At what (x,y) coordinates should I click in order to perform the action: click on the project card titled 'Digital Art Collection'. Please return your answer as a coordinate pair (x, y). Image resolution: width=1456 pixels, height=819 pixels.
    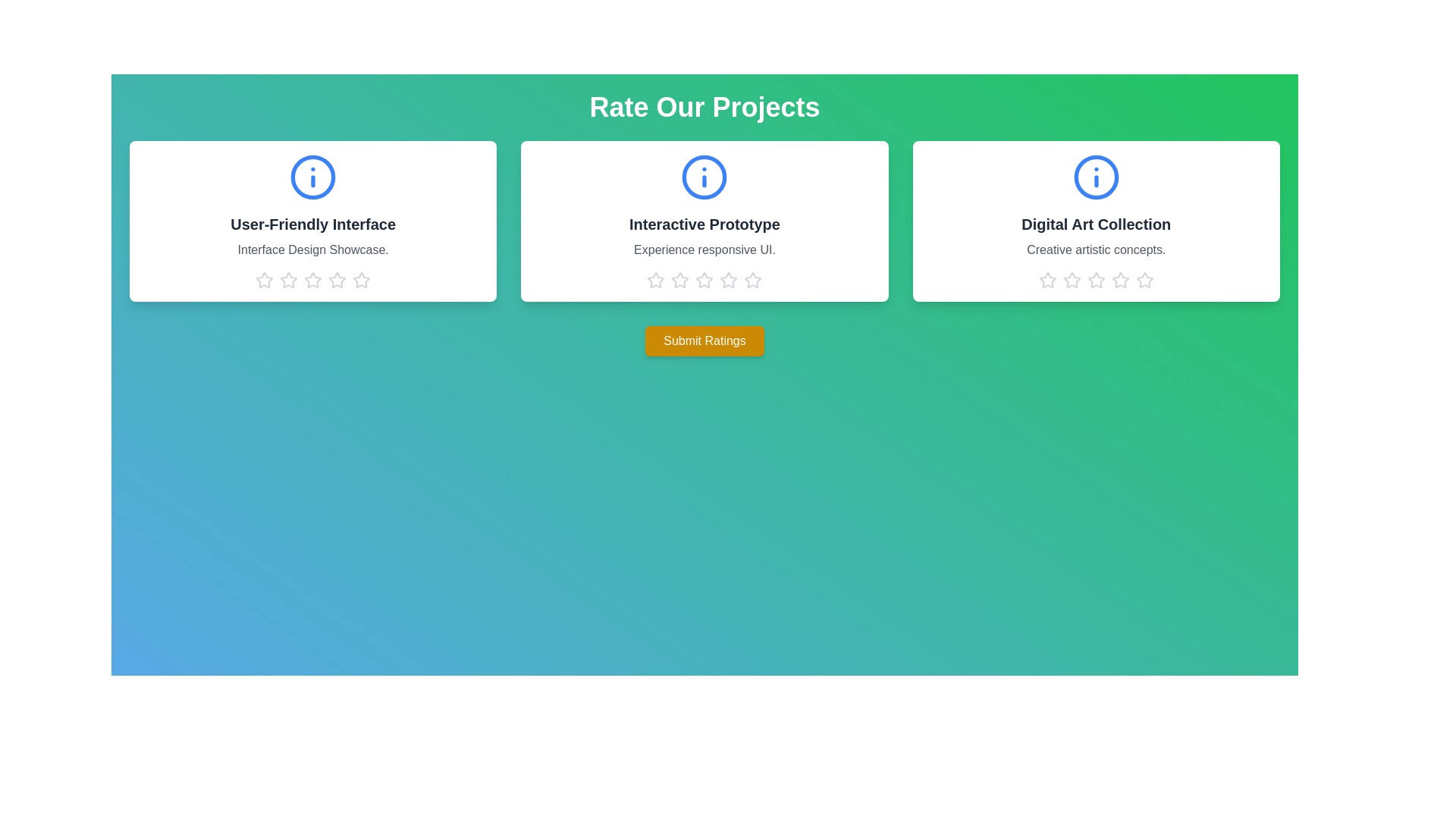
    Looking at the image, I should click on (1095, 221).